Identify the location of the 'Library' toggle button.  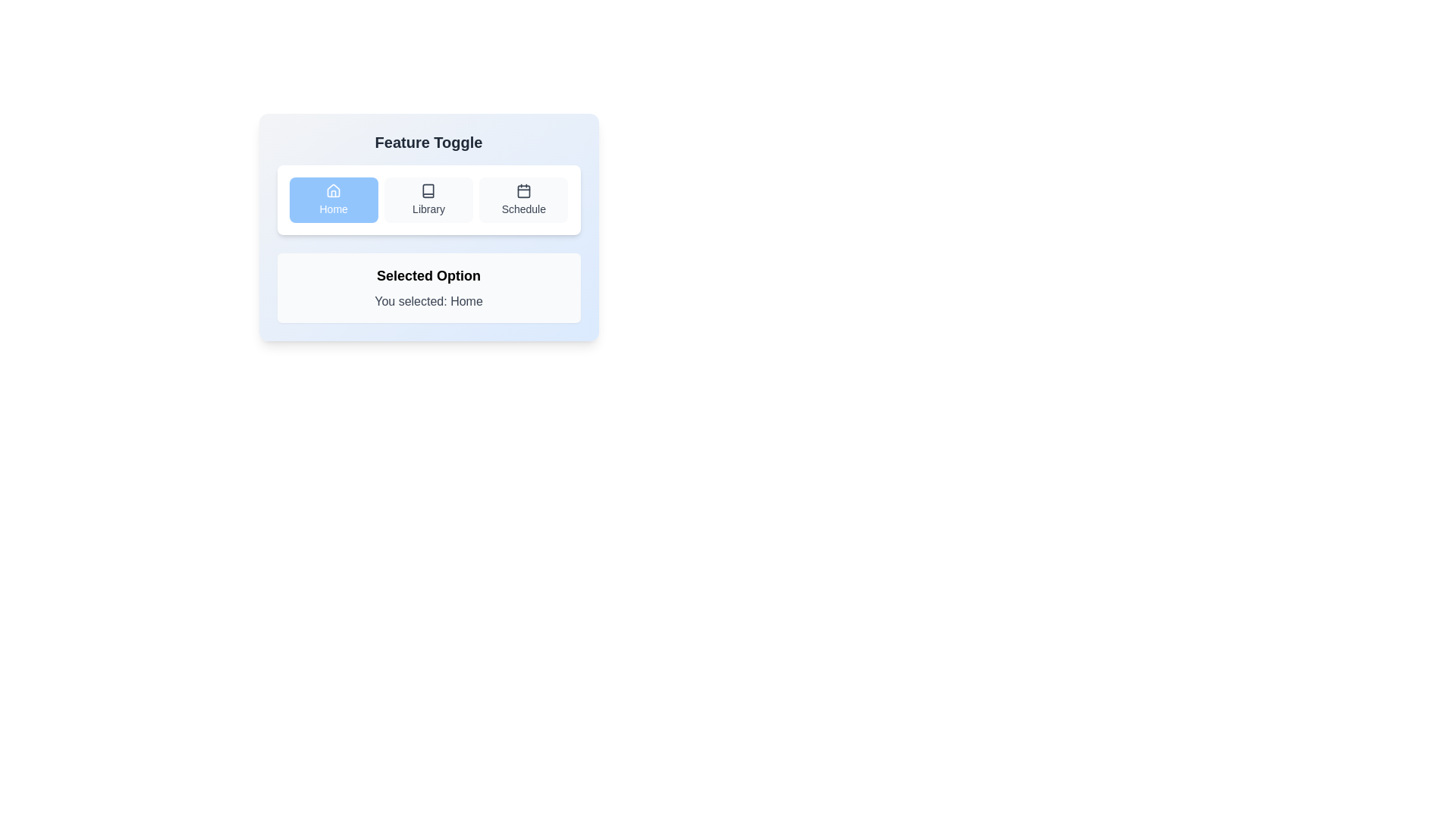
(428, 199).